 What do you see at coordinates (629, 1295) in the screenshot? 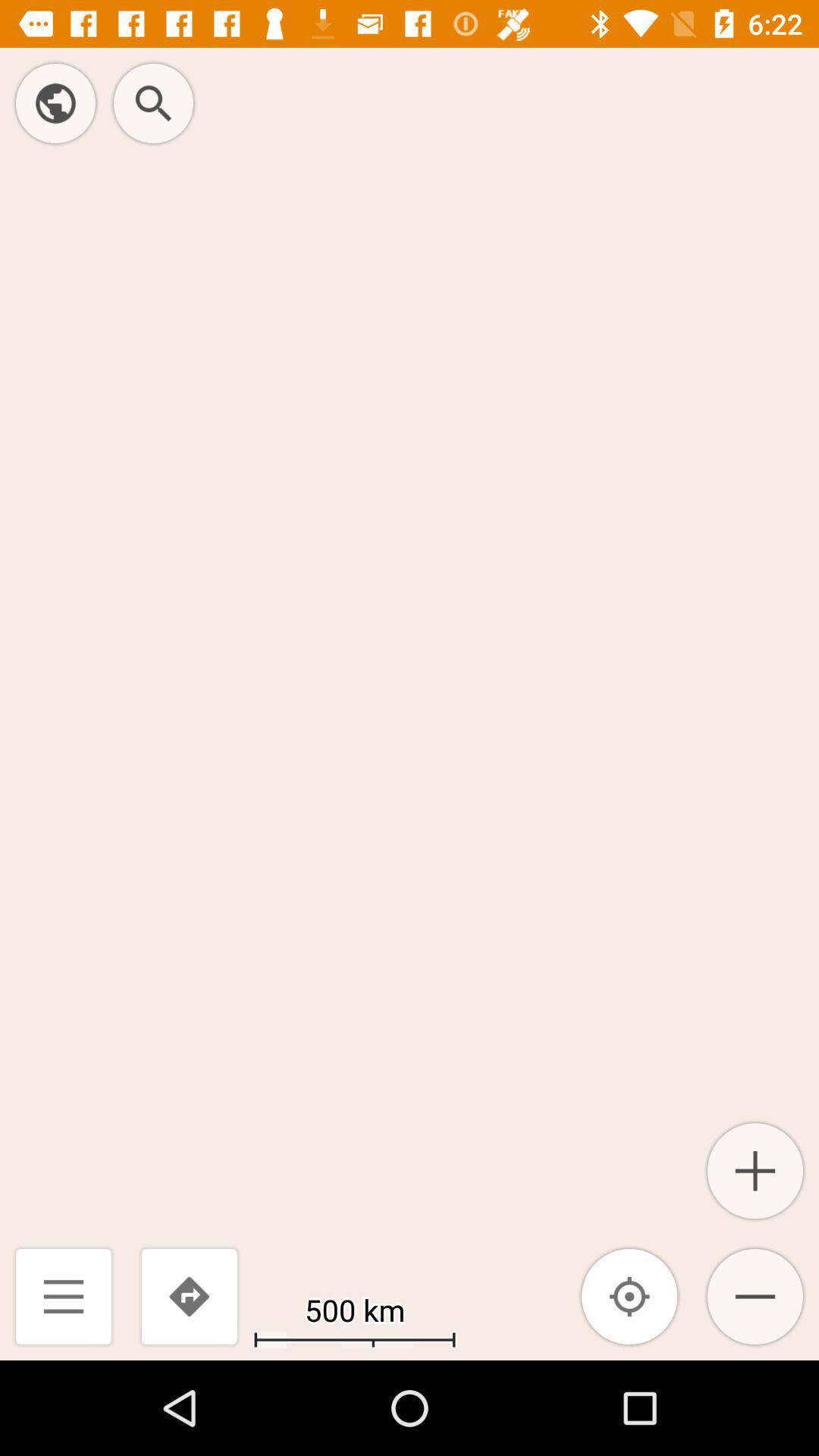
I see `the location_crosshair icon` at bounding box center [629, 1295].